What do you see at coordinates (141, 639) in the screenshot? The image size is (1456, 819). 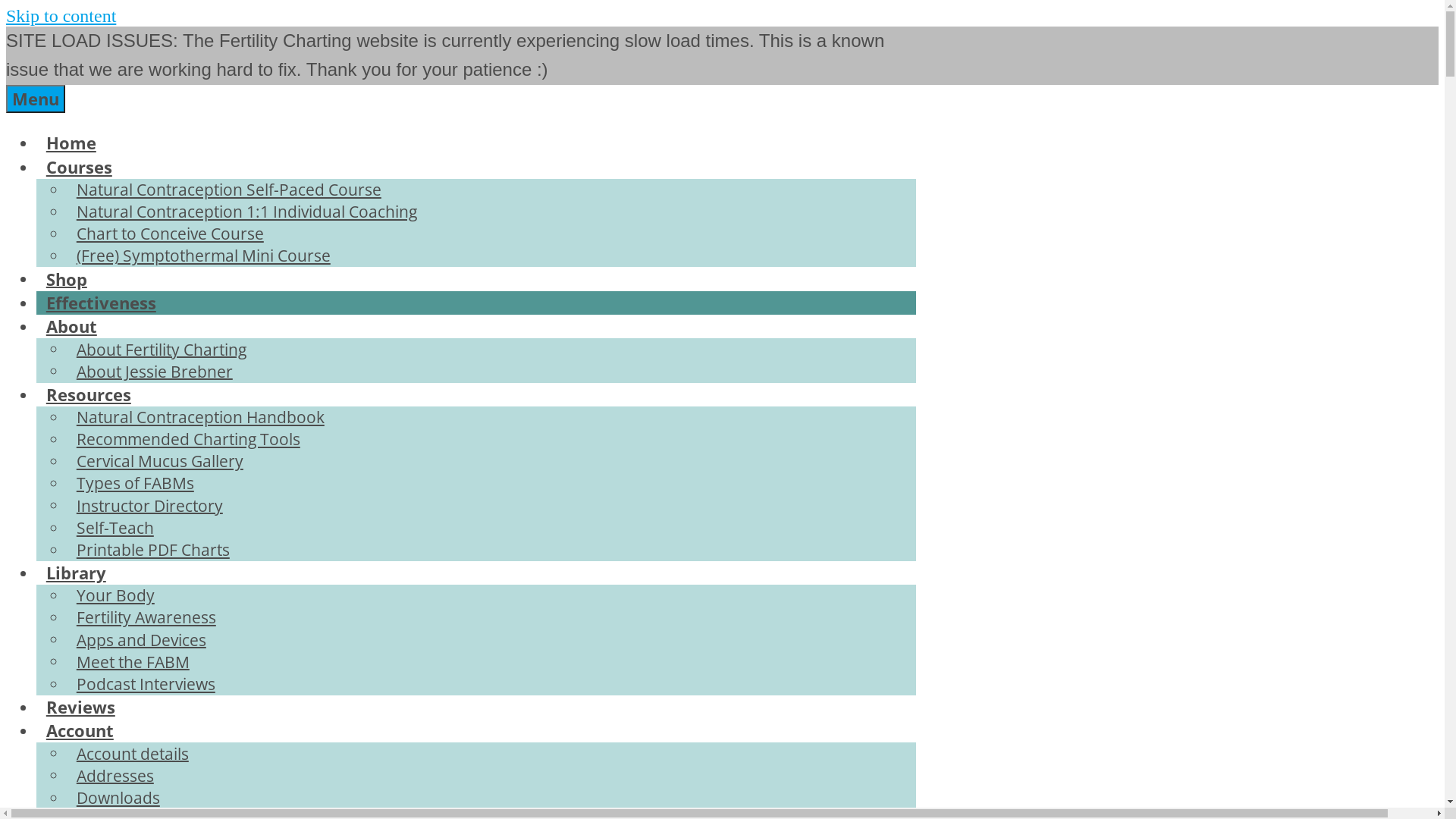 I see `'Apps and Devices'` at bounding box center [141, 639].